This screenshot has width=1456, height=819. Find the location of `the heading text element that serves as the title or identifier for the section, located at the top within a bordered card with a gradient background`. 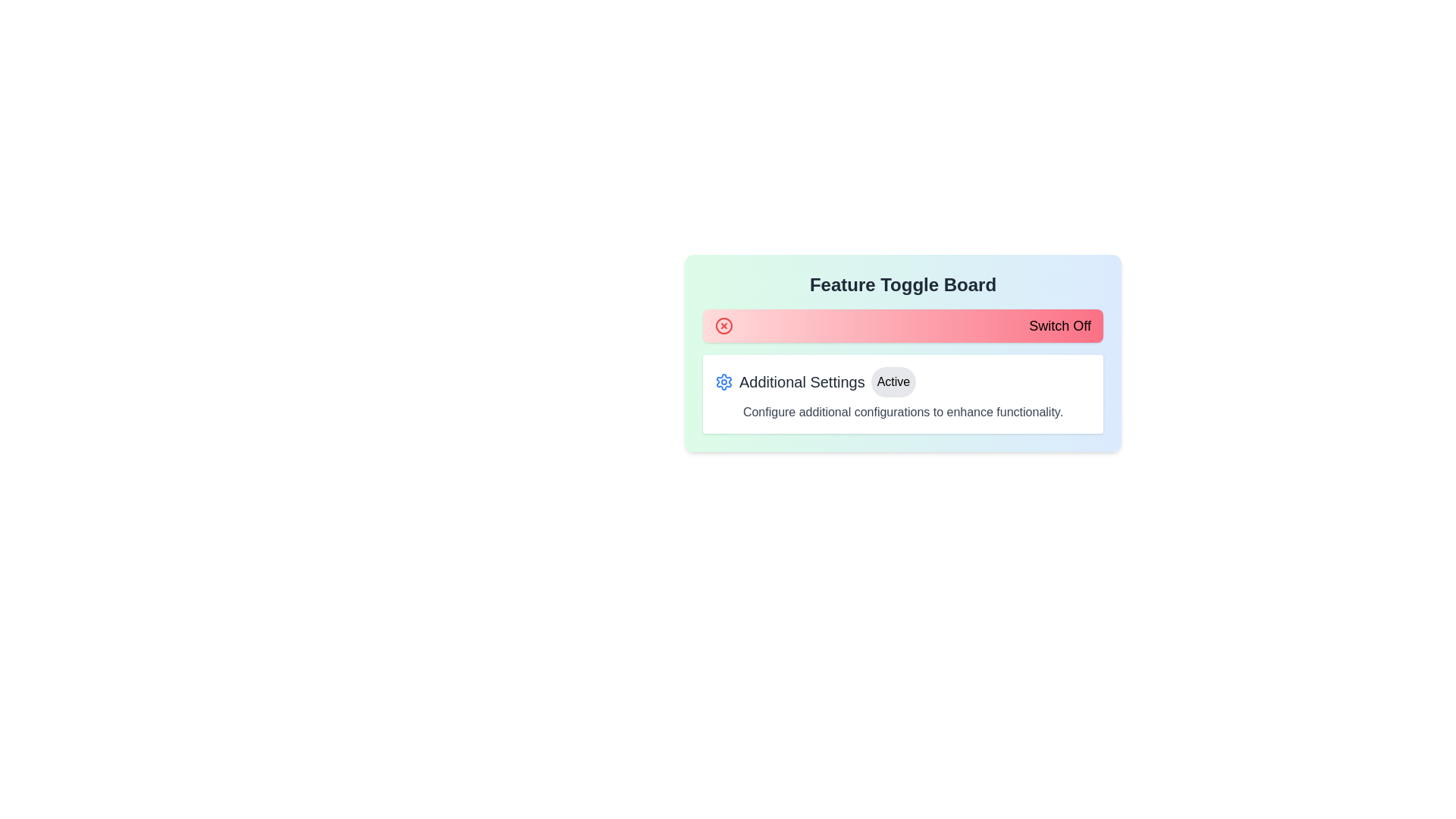

the heading text element that serves as the title or identifier for the section, located at the top within a bordered card with a gradient background is located at coordinates (902, 284).